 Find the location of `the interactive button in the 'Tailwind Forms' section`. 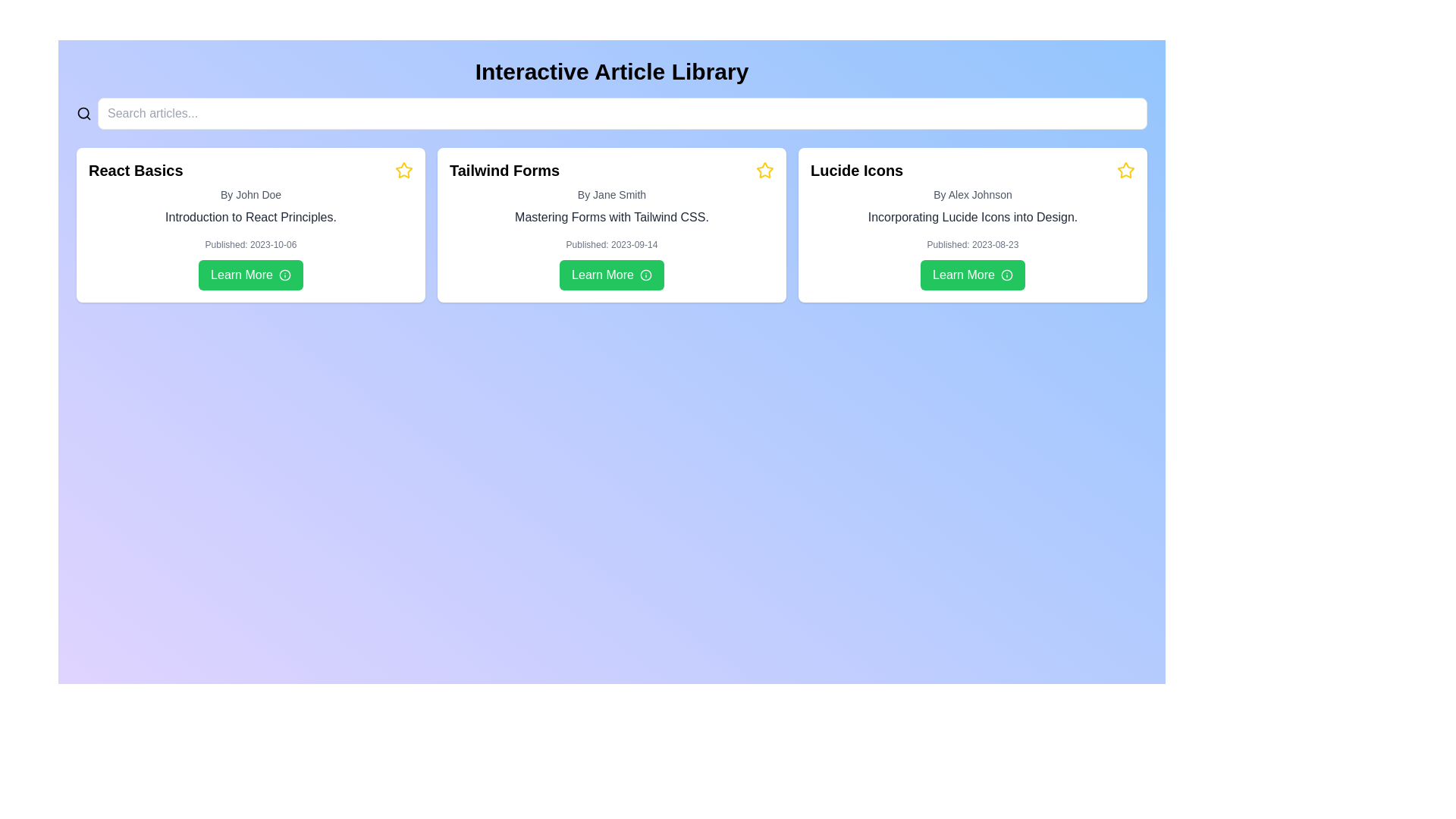

the interactive button in the 'Tailwind Forms' section is located at coordinates (611, 275).